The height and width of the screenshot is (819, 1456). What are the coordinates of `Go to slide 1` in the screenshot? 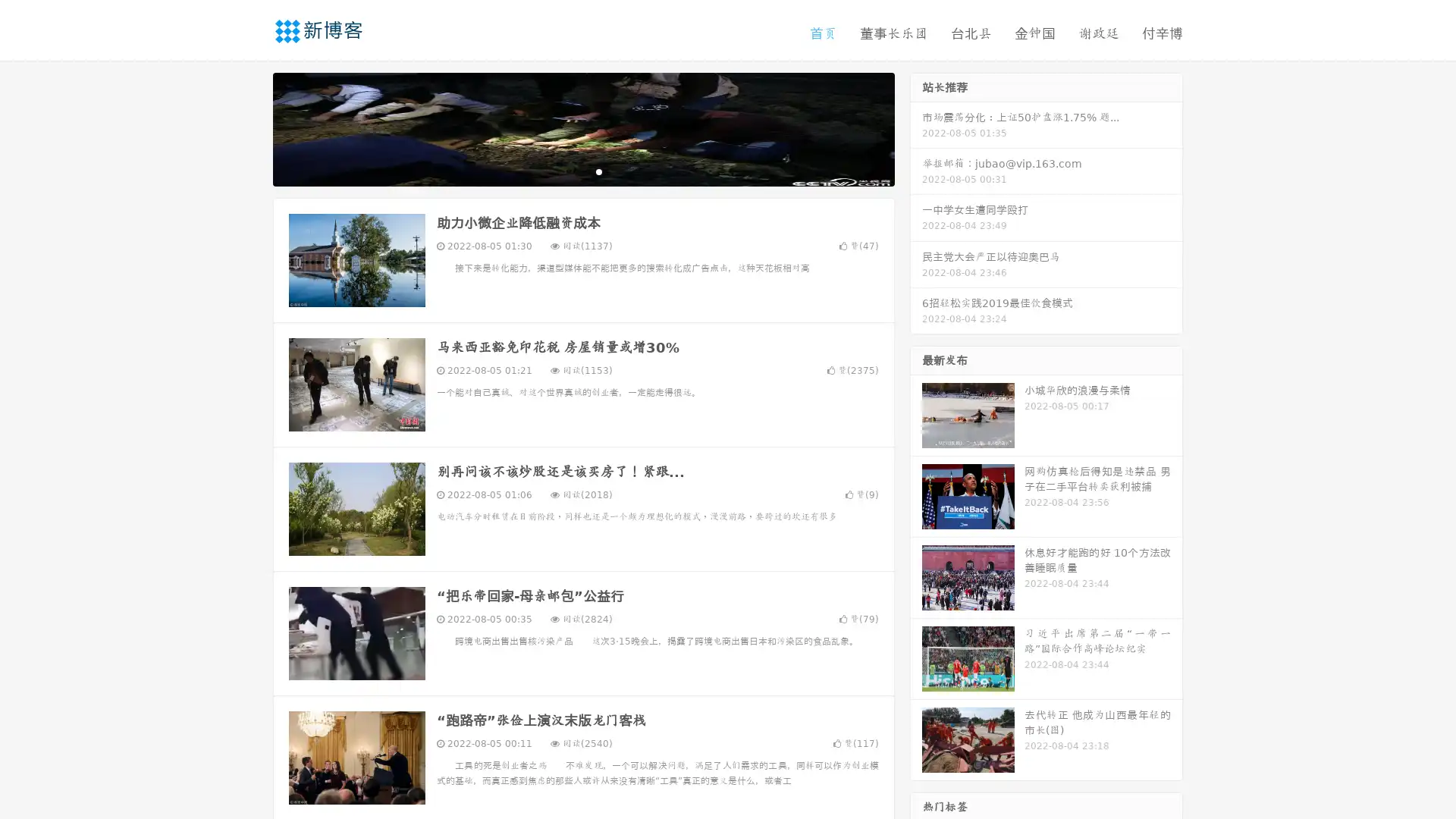 It's located at (567, 171).